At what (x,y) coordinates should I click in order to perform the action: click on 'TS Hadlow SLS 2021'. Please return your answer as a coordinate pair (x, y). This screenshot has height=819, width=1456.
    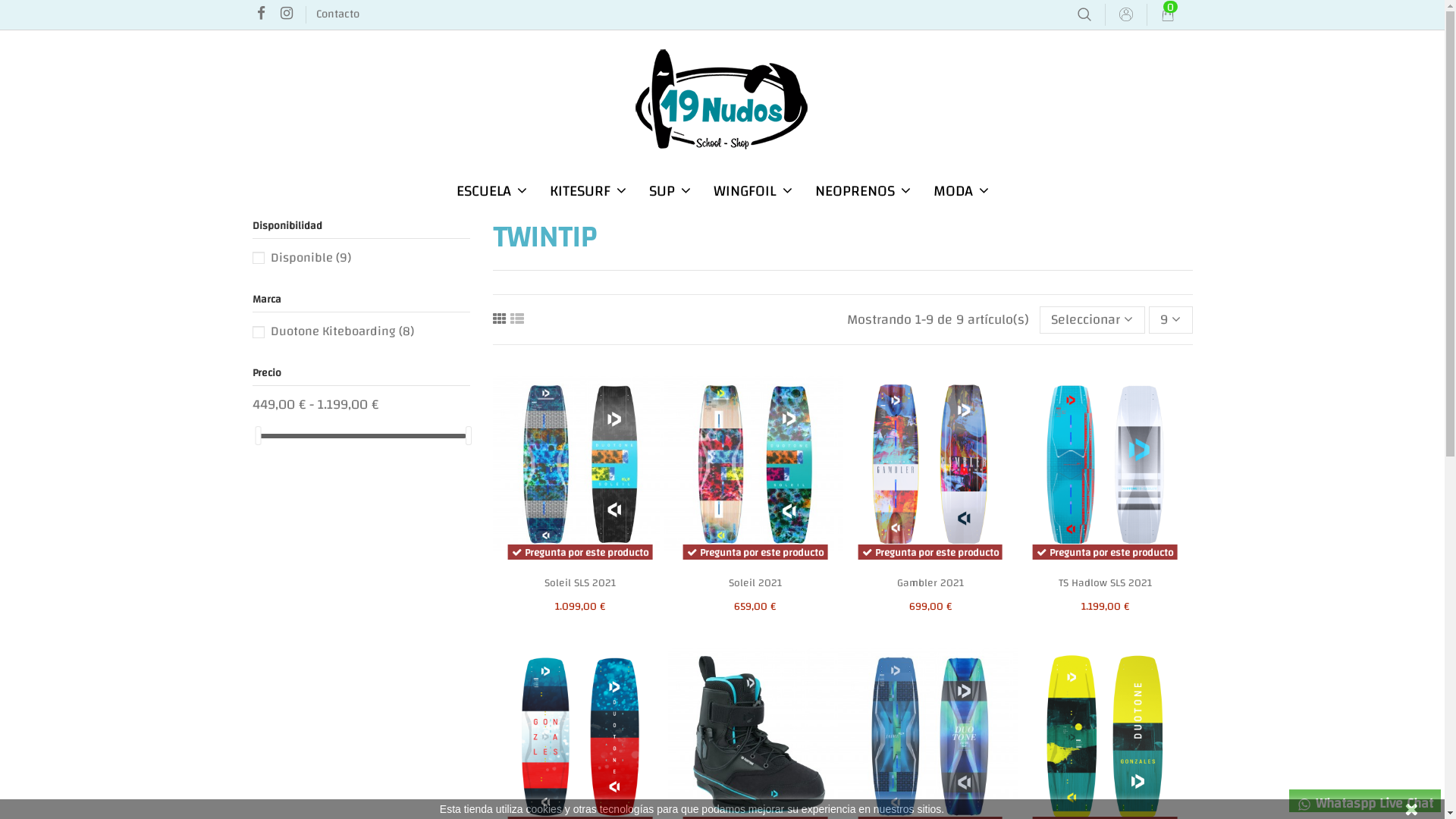
    Looking at the image, I should click on (1105, 582).